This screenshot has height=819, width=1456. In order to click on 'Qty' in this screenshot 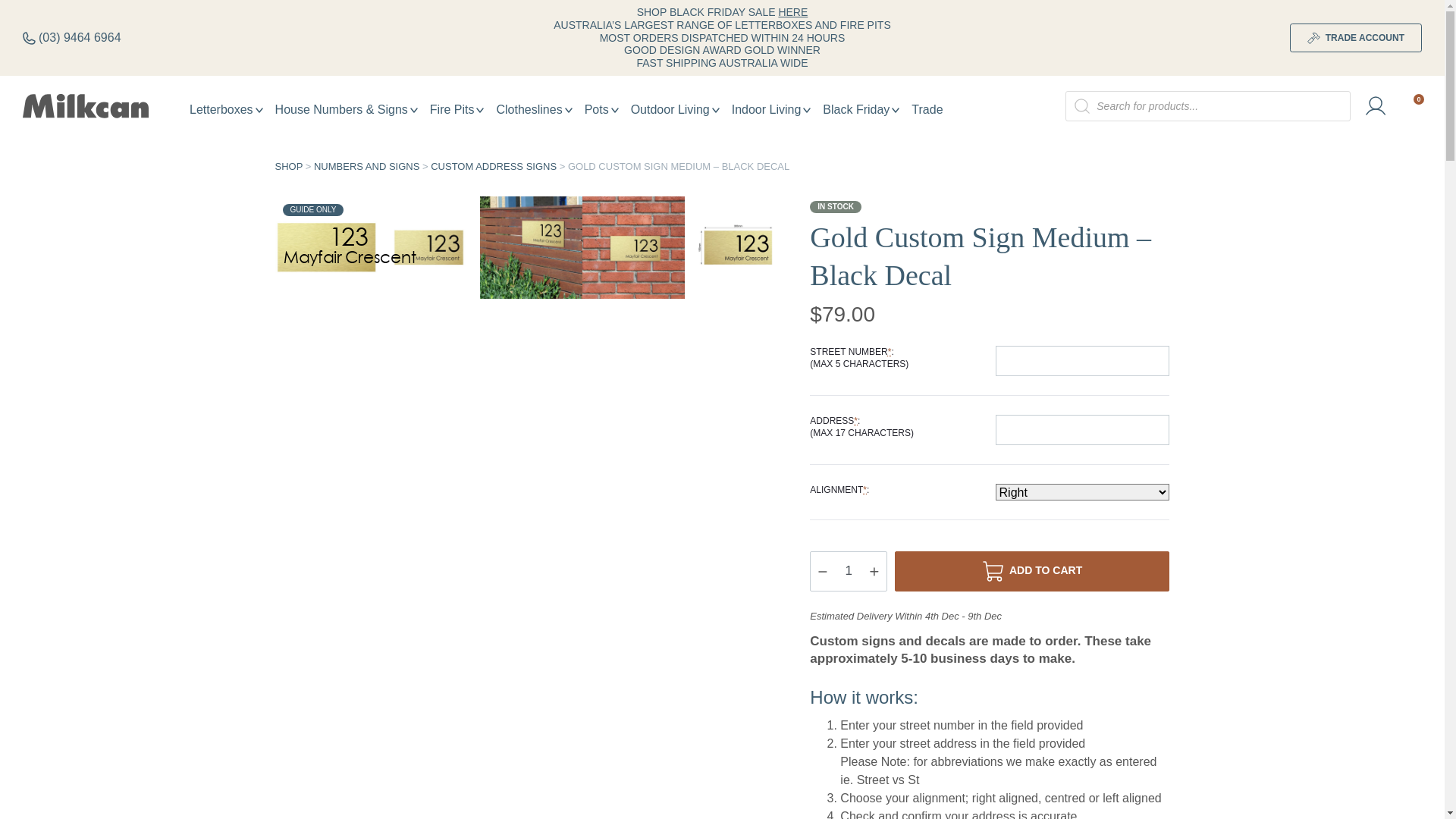, I will do `click(847, 571)`.